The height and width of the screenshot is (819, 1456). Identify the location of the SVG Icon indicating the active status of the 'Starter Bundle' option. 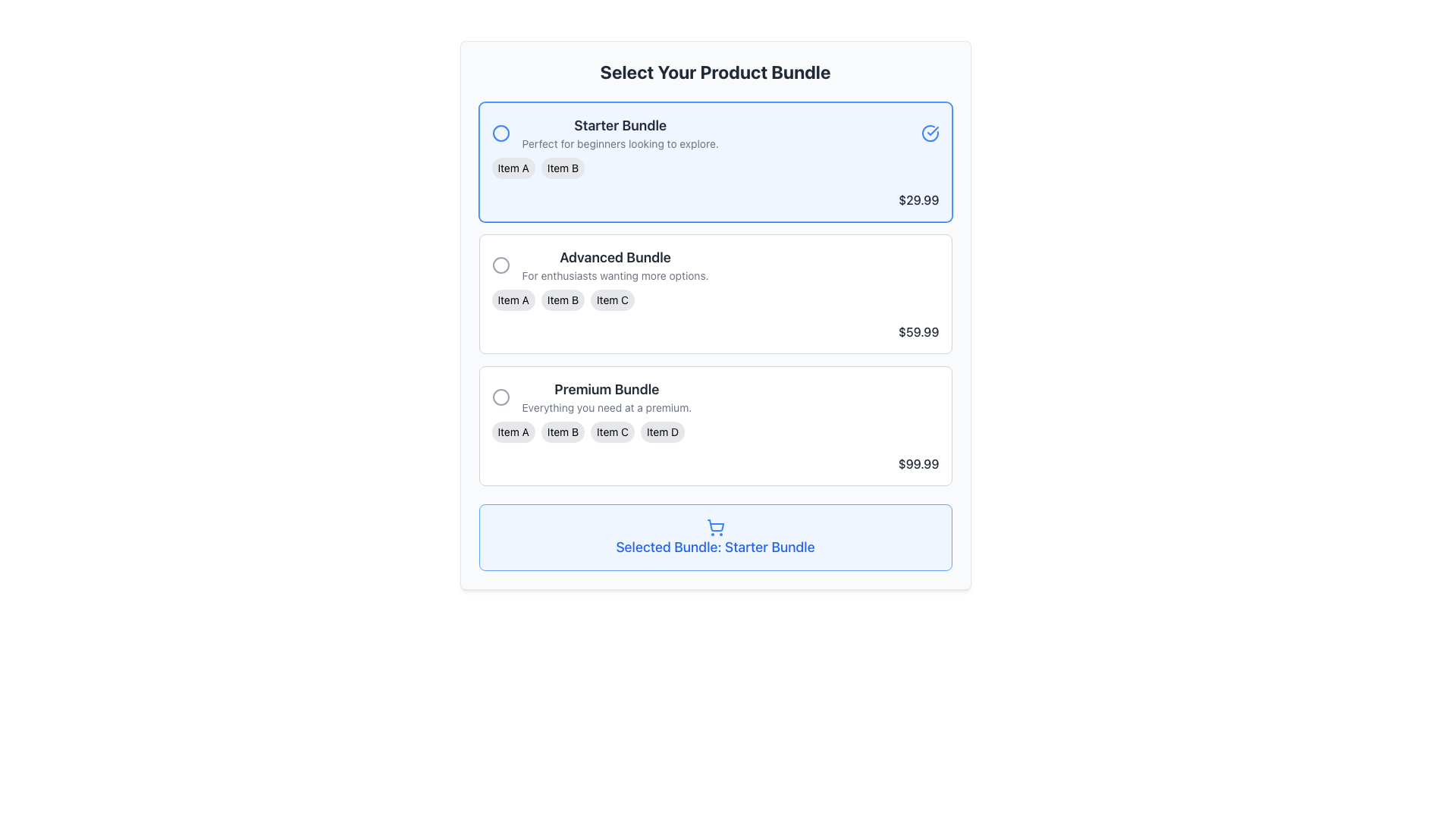
(500, 133).